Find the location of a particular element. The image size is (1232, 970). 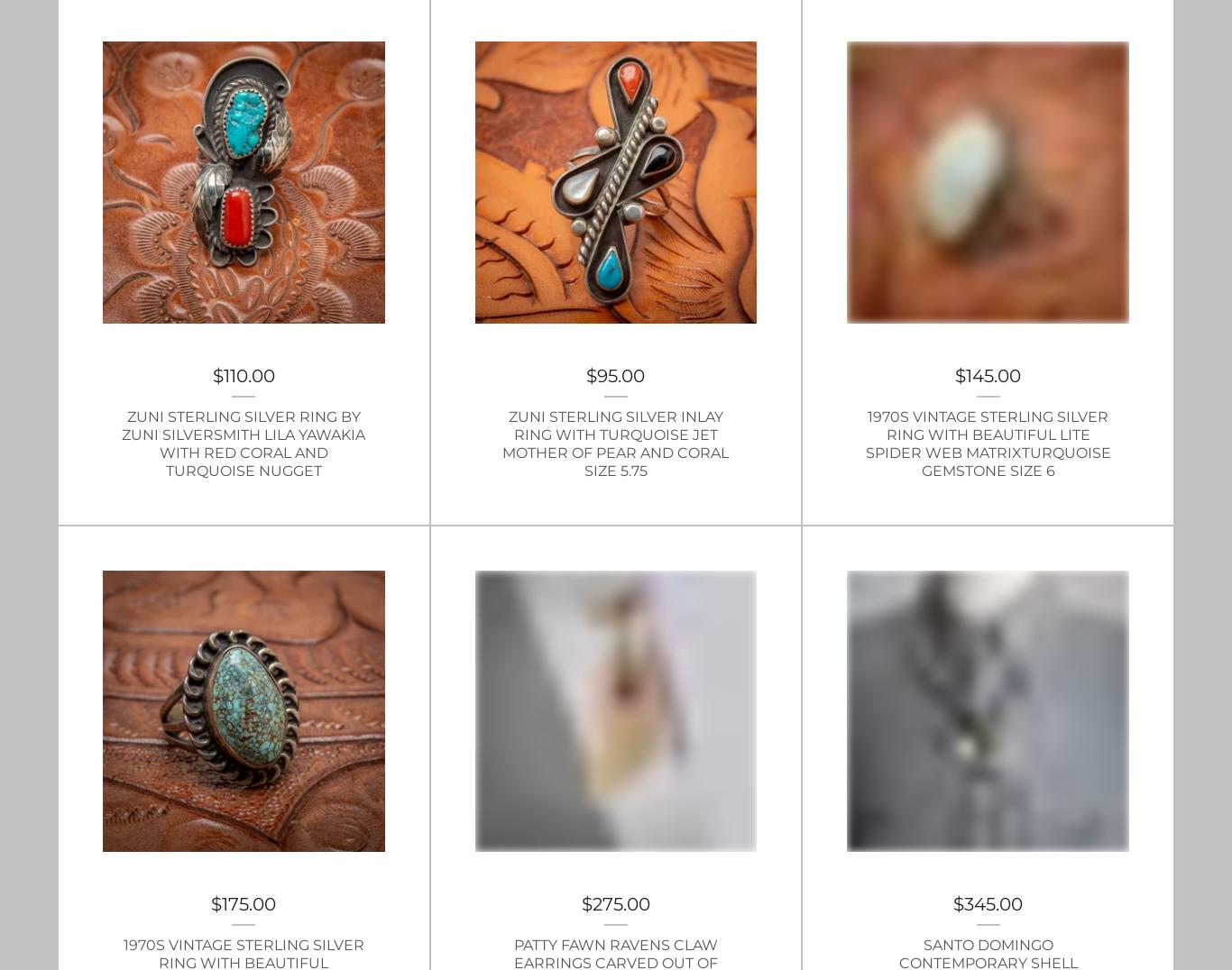

'145.00' is located at coordinates (964, 374).